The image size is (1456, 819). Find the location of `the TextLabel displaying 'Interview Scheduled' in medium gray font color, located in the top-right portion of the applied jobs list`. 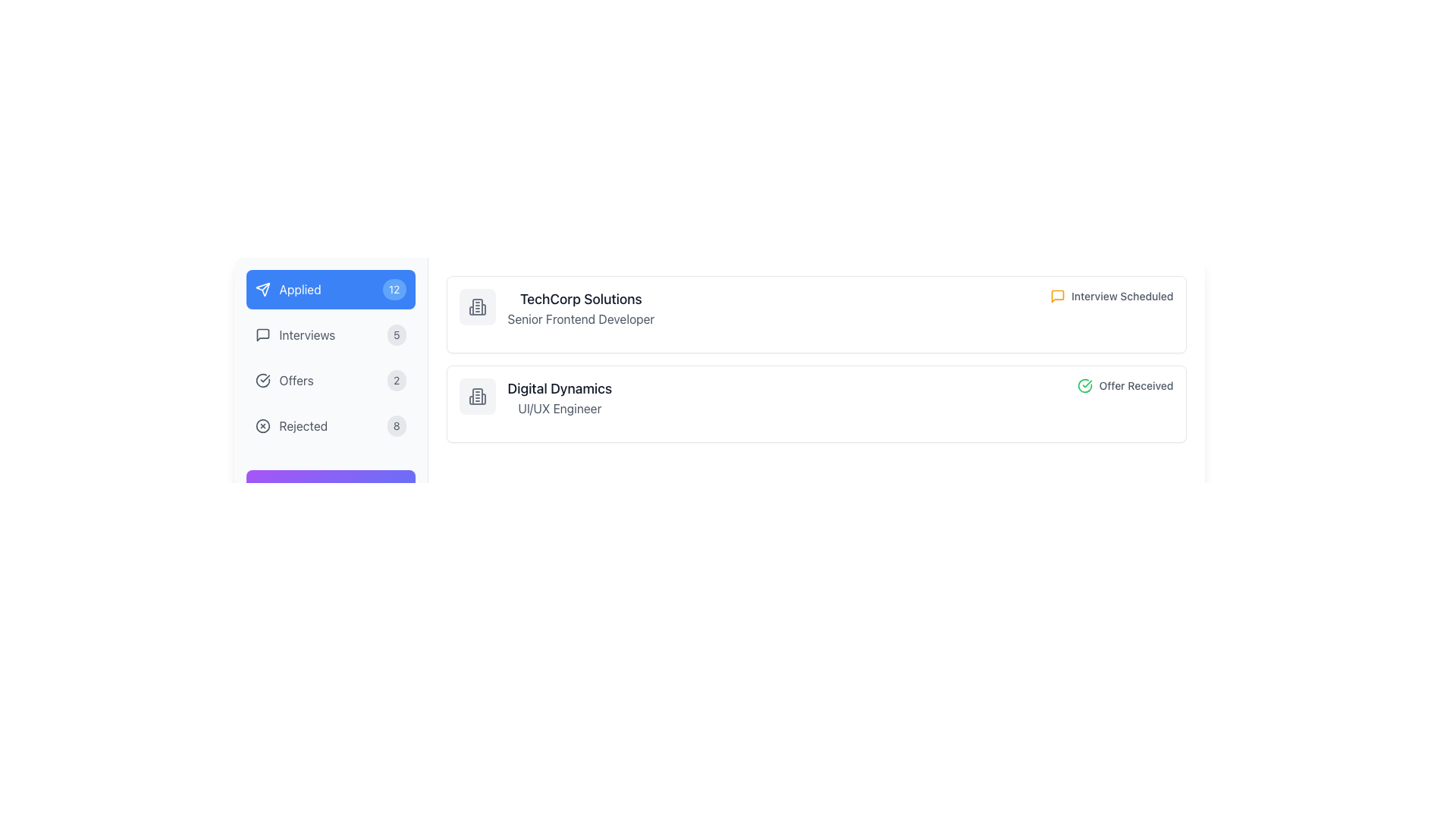

the TextLabel displaying 'Interview Scheduled' in medium gray font color, located in the top-right portion of the applied jobs list is located at coordinates (1122, 296).